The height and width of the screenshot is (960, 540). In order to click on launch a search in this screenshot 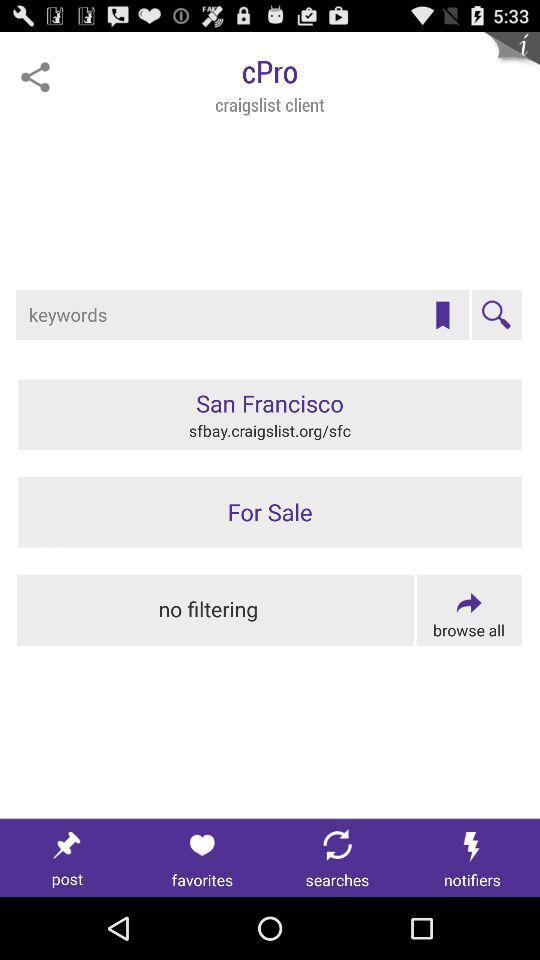, I will do `click(495, 315)`.